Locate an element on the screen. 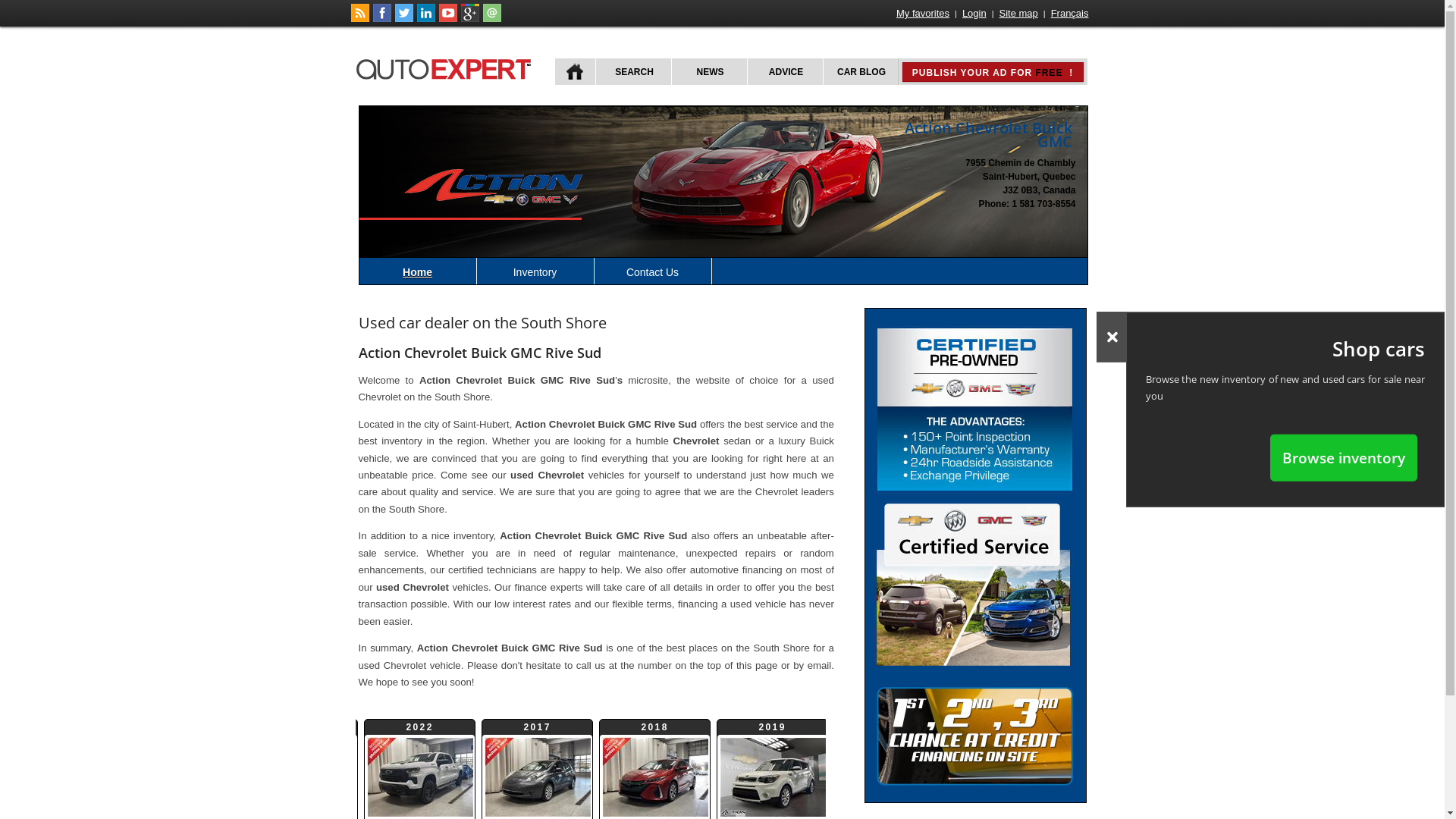 The height and width of the screenshot is (819, 1456). 'Browse inventory' is located at coordinates (1343, 457).